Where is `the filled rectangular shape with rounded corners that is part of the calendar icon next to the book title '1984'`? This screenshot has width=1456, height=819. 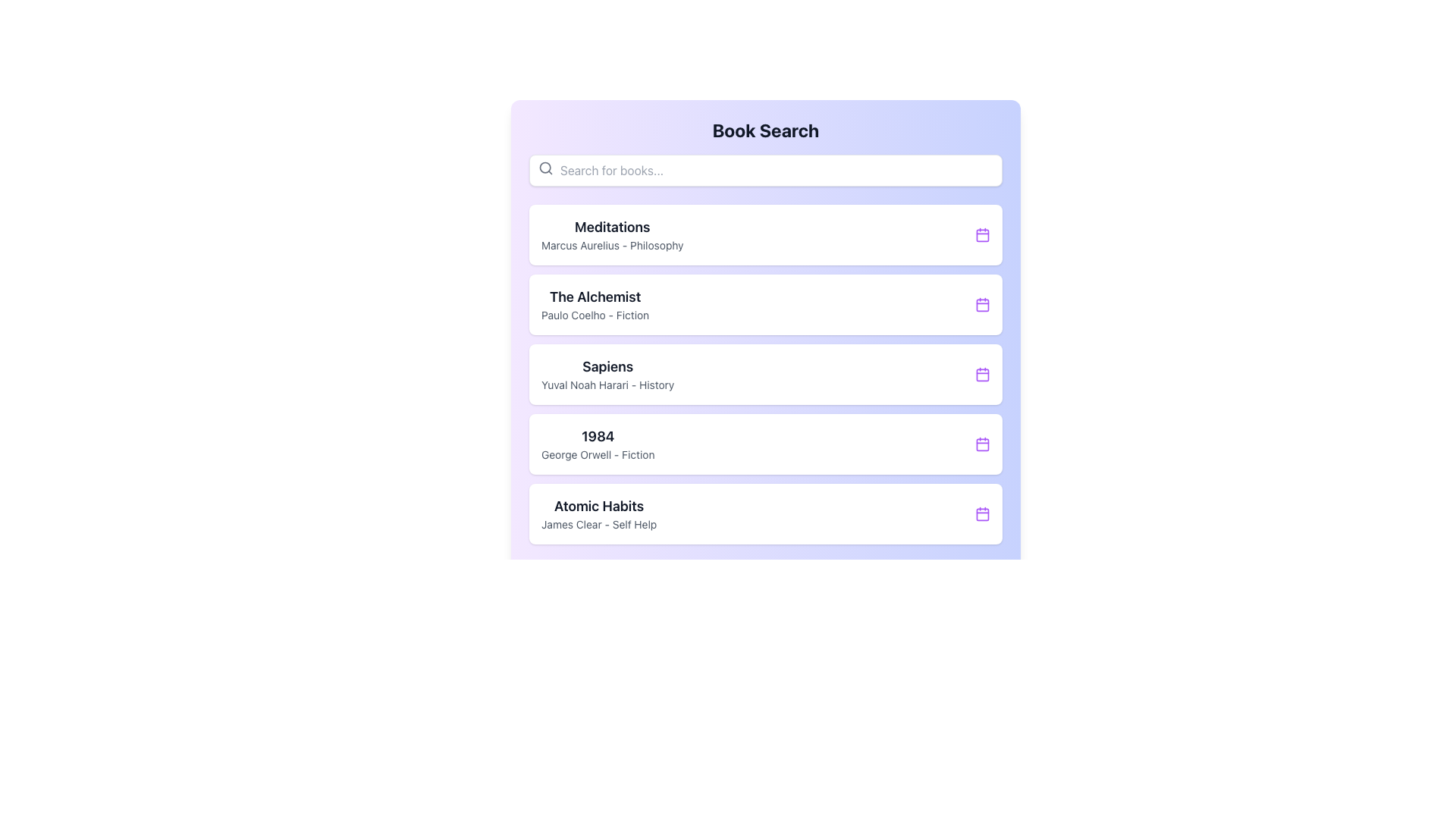 the filled rectangular shape with rounded corners that is part of the calendar icon next to the book title '1984' is located at coordinates (983, 444).